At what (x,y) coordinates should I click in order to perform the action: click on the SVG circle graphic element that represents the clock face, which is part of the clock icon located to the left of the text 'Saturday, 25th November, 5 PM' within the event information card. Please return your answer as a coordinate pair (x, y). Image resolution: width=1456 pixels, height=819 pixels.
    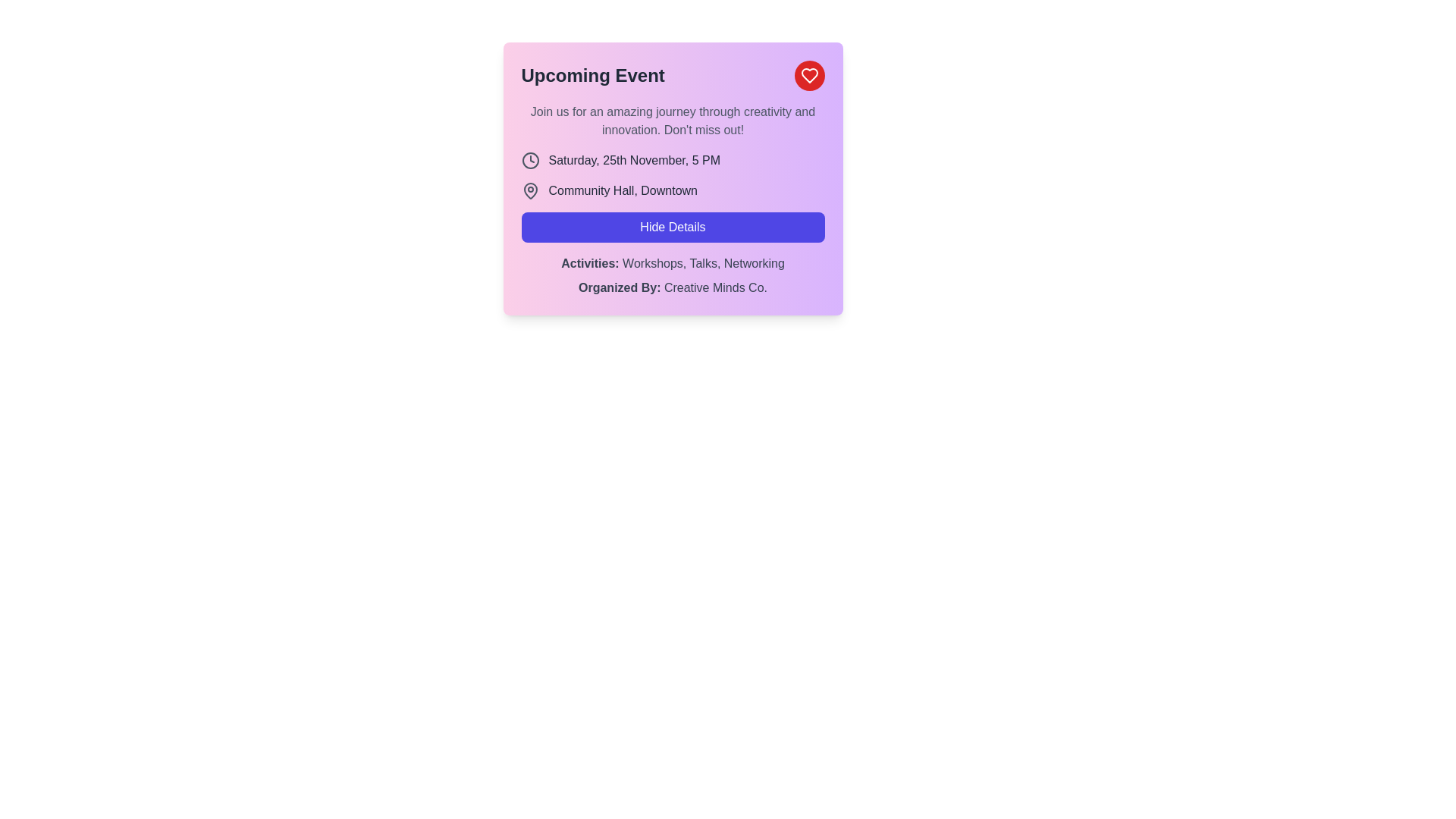
    Looking at the image, I should click on (530, 161).